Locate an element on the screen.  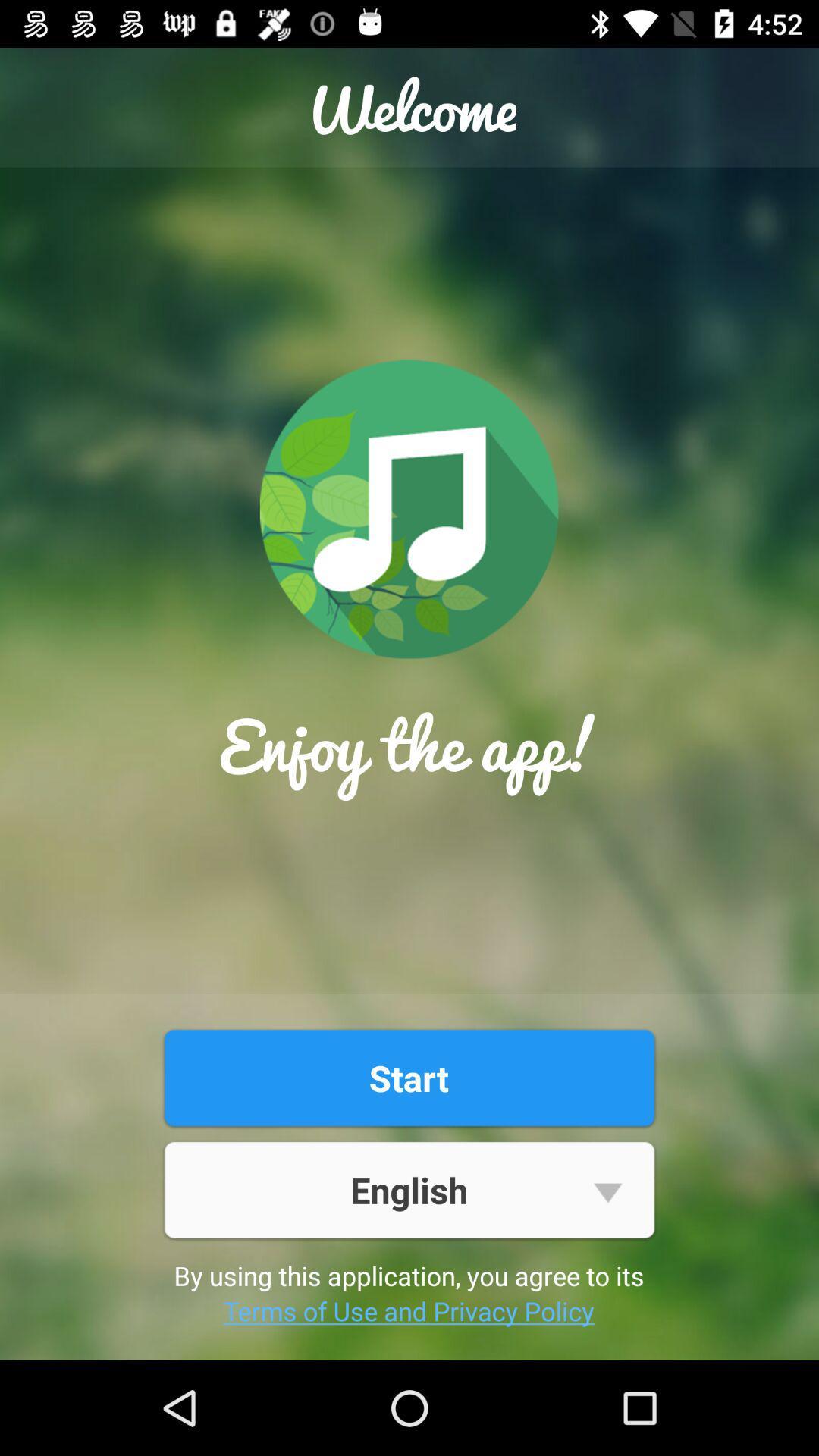
item above english item is located at coordinates (408, 1077).